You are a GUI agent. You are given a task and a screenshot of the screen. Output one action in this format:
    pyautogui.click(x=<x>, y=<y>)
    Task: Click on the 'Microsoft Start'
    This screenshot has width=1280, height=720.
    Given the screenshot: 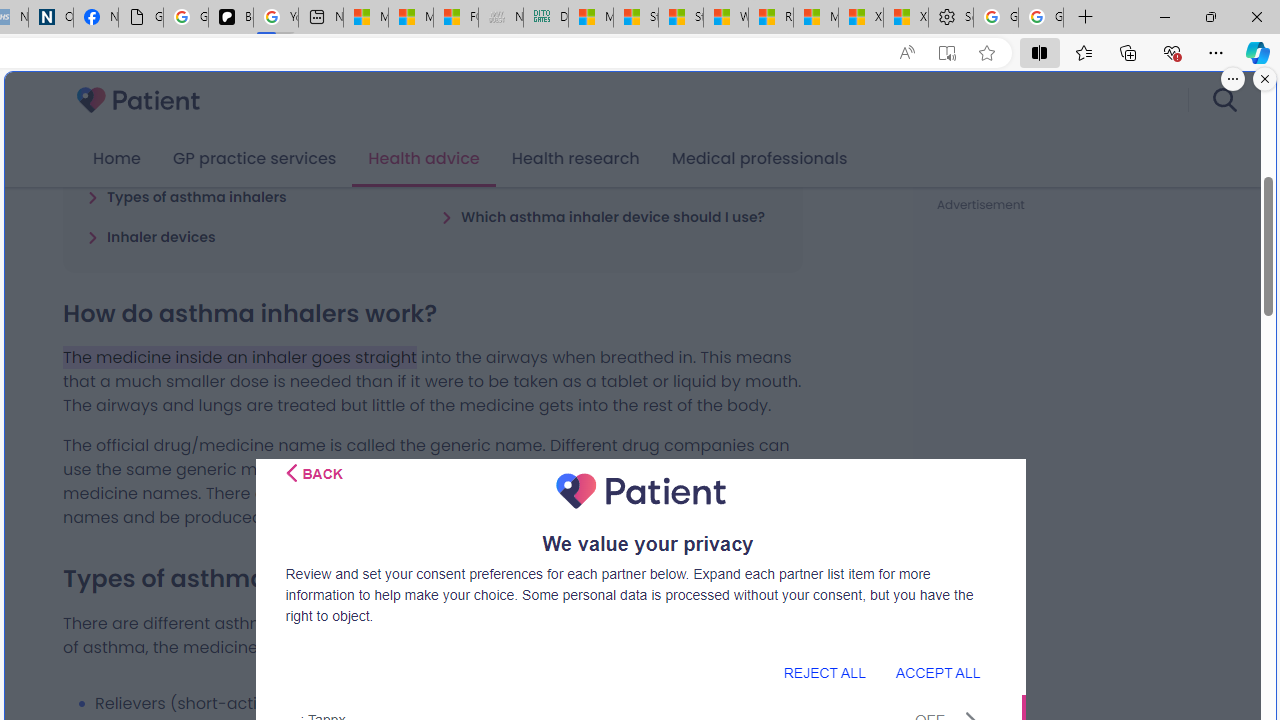 What is the action you would take?
    pyautogui.click(x=816, y=17)
    